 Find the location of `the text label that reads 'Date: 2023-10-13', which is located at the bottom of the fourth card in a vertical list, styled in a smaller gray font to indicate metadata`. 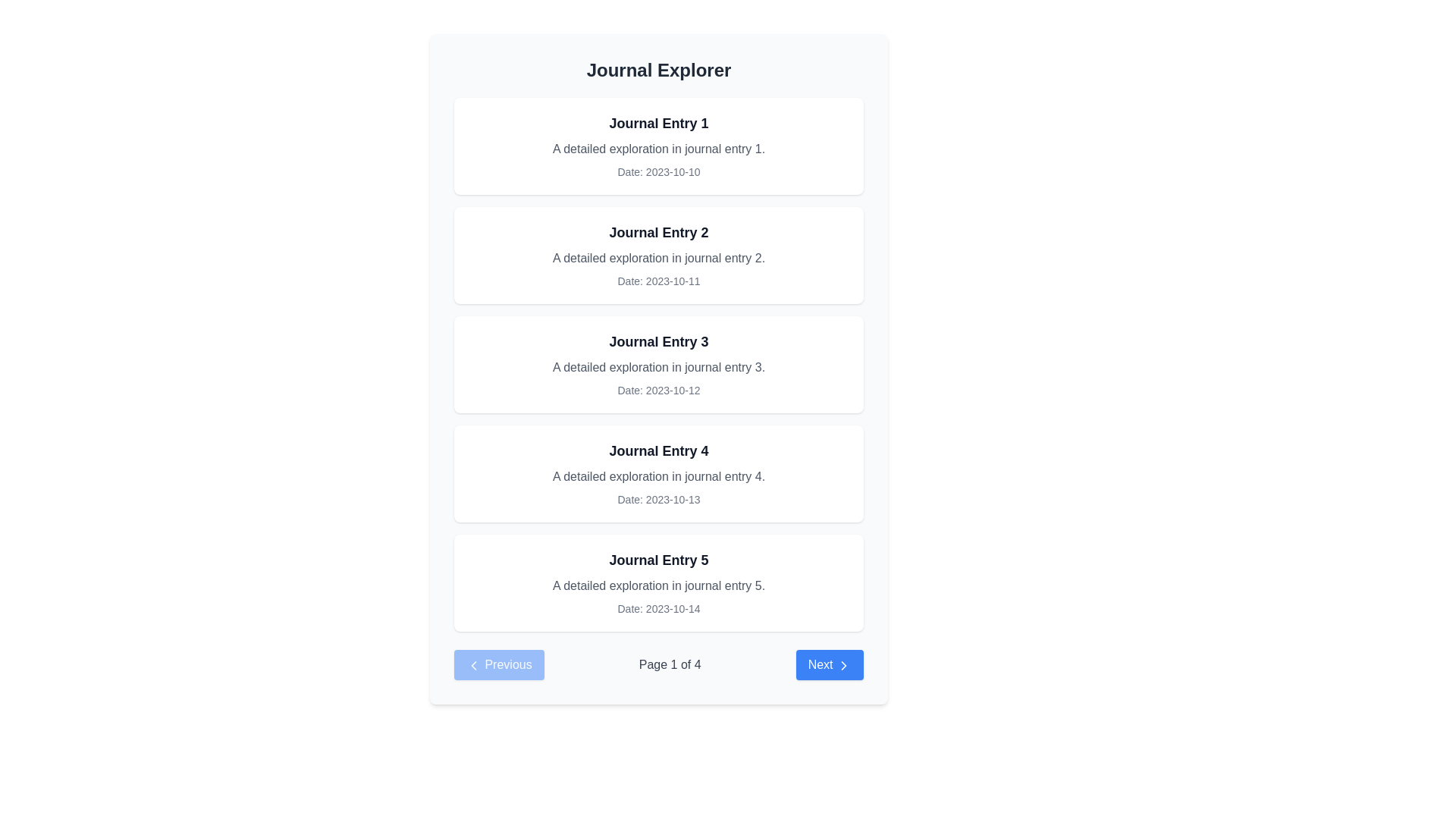

the text label that reads 'Date: 2023-10-13', which is located at the bottom of the fourth card in a vertical list, styled in a smaller gray font to indicate metadata is located at coordinates (658, 500).